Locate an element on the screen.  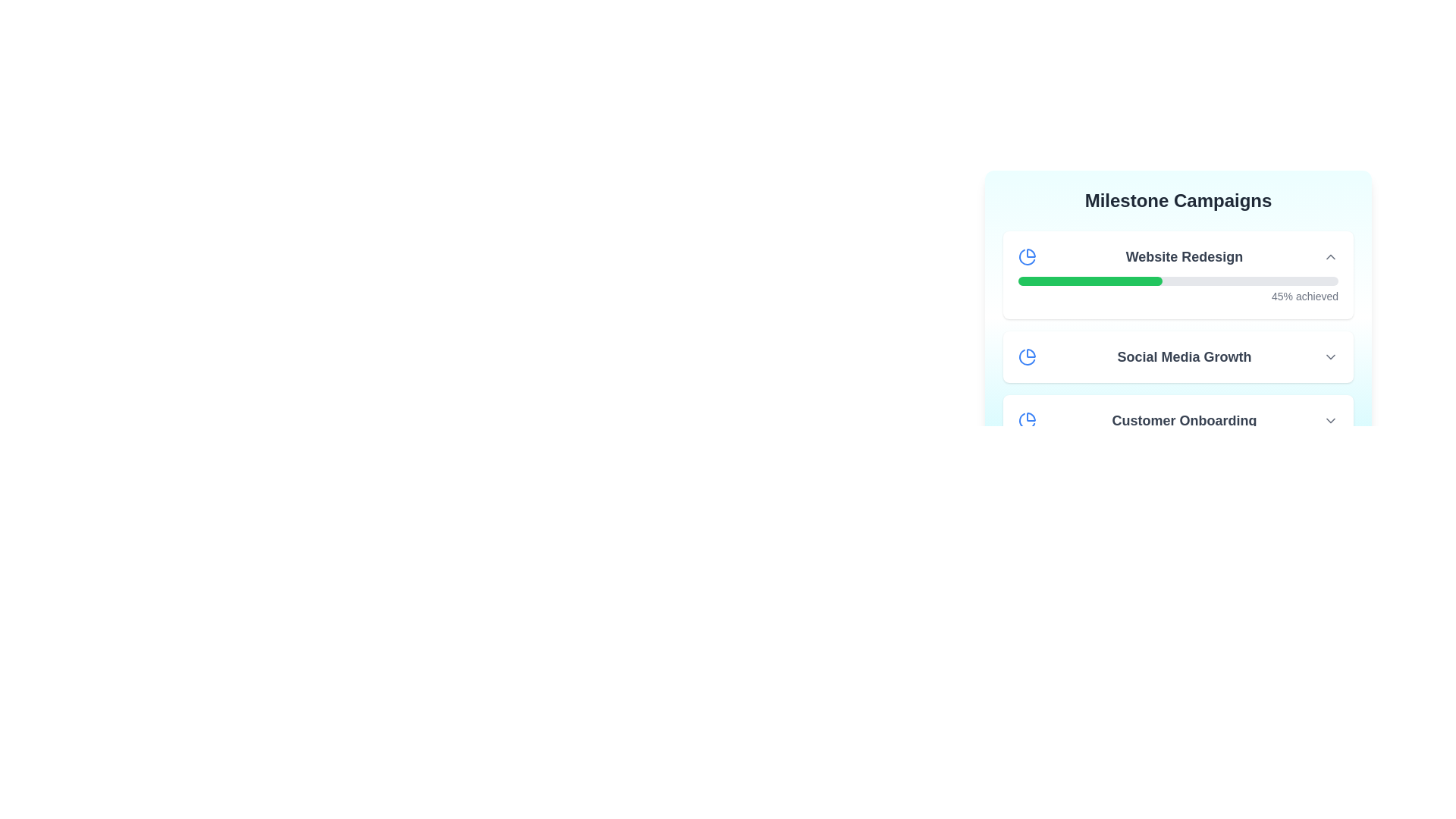
the blue curved line segment of the pie chart SVG icon located to the left of the 'Customer Onboarding' text label is located at coordinates (1031, 417).